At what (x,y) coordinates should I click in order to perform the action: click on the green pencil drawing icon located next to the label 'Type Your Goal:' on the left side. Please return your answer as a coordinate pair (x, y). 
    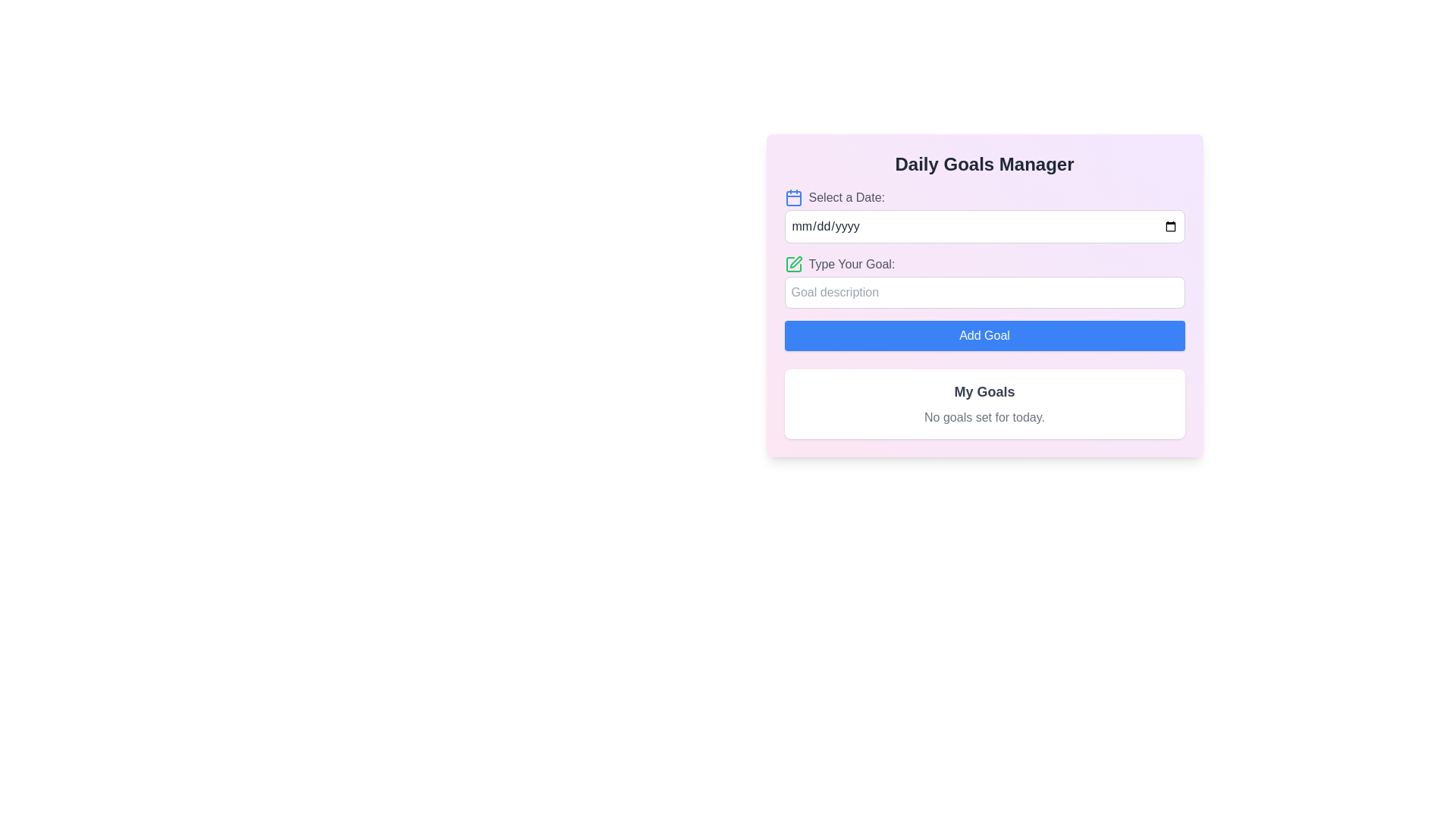
    Looking at the image, I should click on (792, 263).